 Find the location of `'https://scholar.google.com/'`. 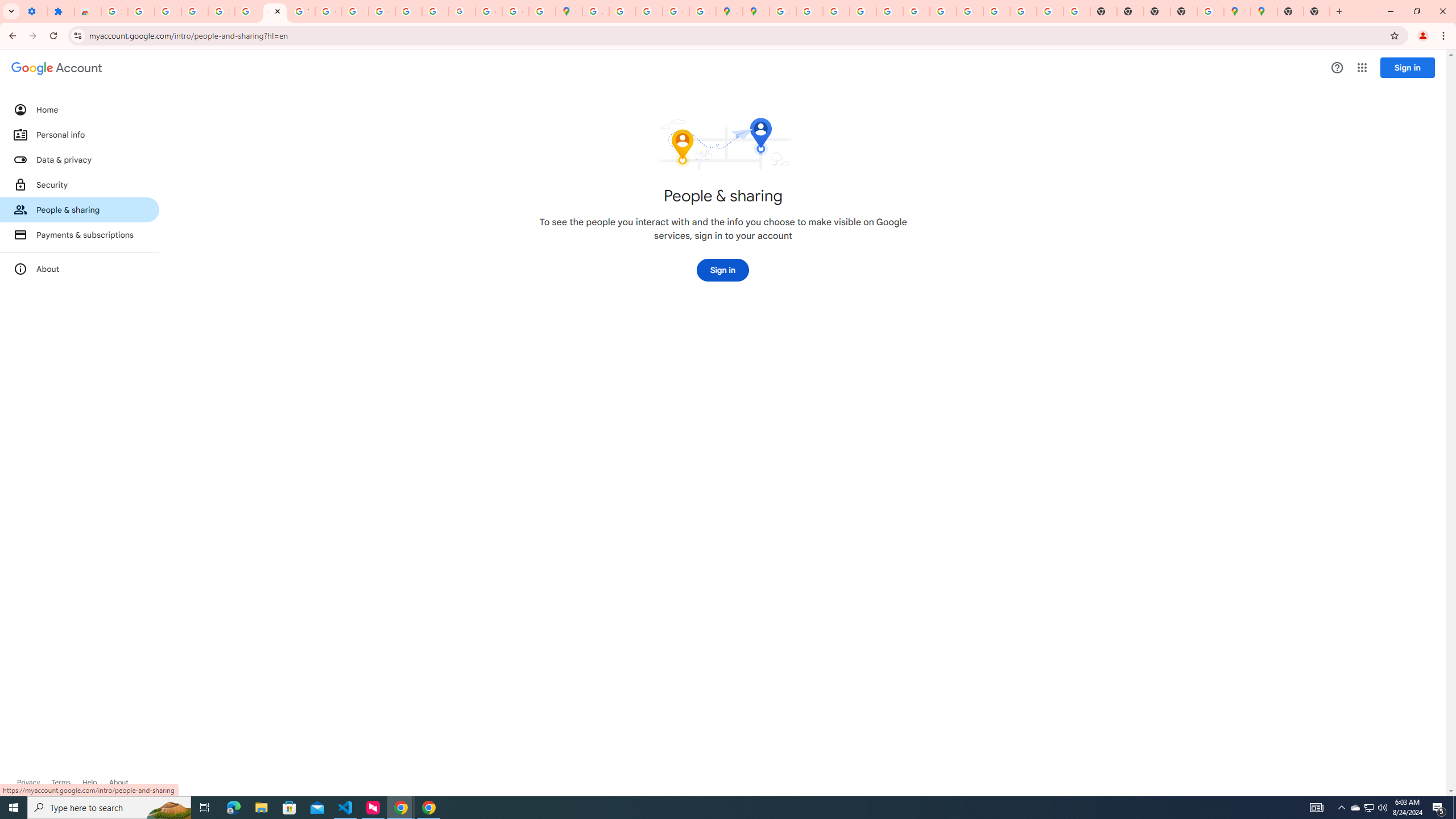

'https://scholar.google.com/' is located at coordinates (354, 11).